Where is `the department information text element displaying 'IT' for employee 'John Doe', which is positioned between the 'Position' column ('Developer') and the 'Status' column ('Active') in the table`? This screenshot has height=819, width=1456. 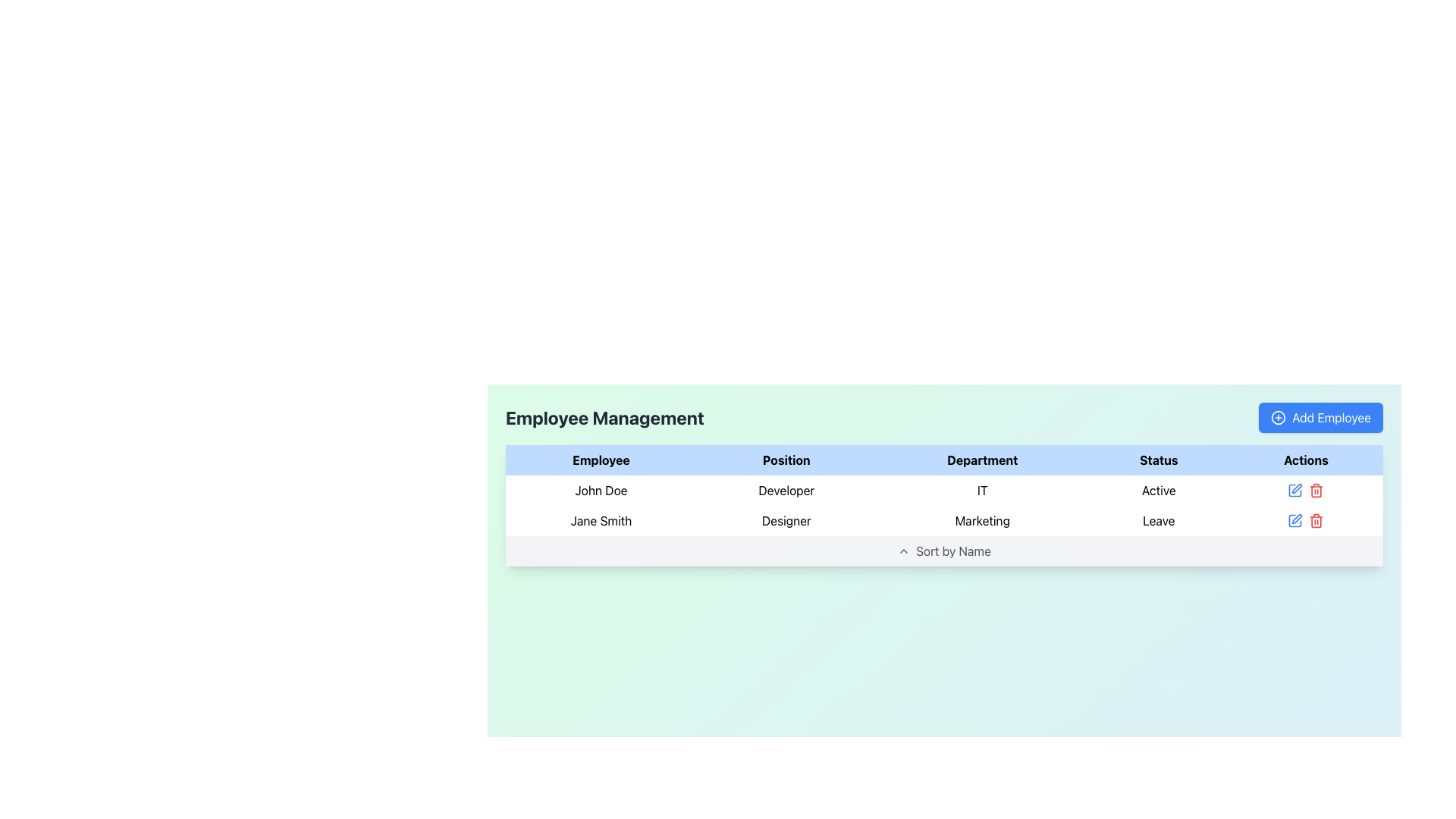
the department information text element displaying 'IT' for employee 'John Doe', which is positioned between the 'Position' column ('Developer') and the 'Status' column ('Active') in the table is located at coordinates (982, 491).